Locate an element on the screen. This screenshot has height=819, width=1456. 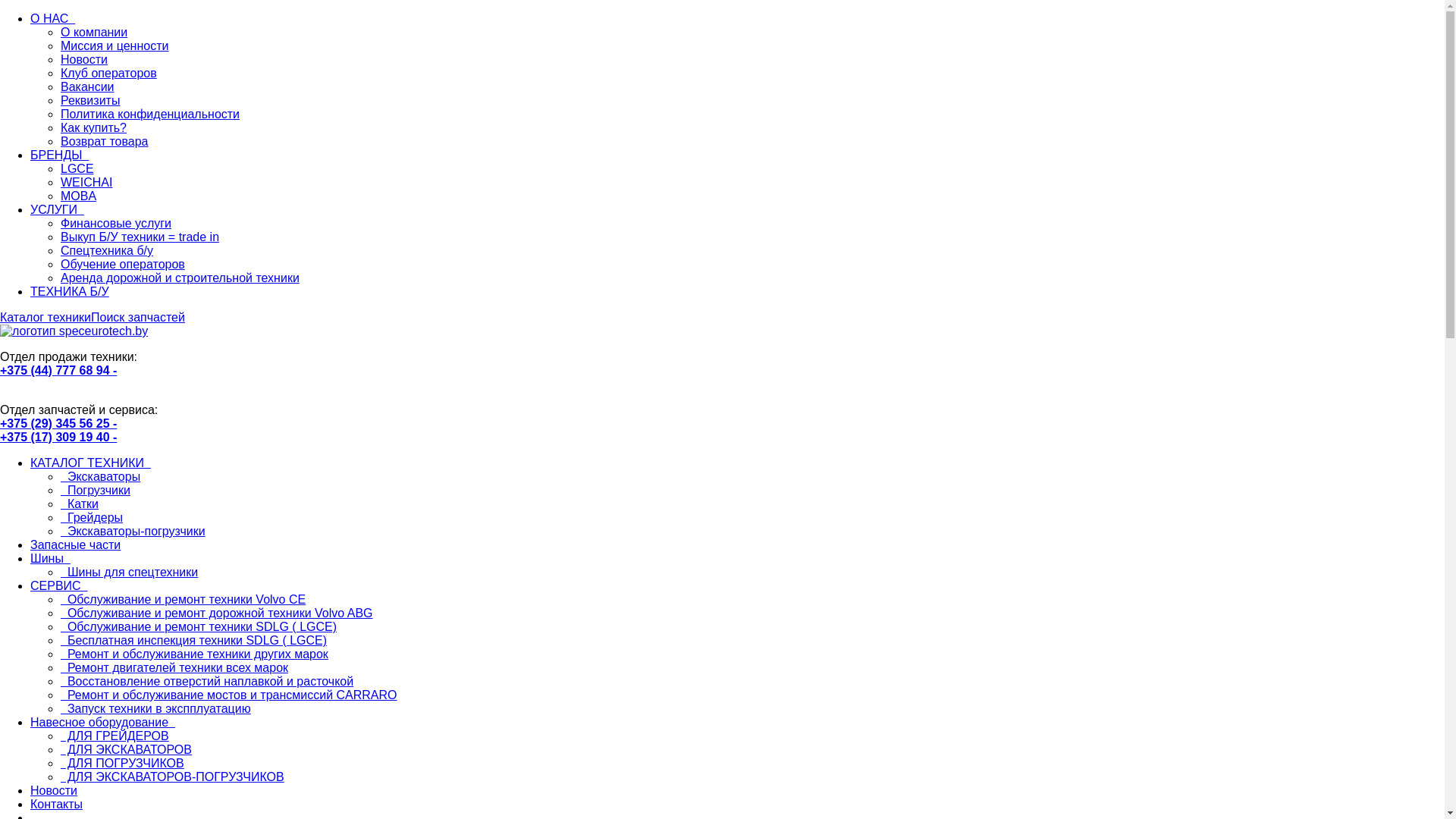
'+375 (44) 777 68 94 -' is located at coordinates (58, 370).